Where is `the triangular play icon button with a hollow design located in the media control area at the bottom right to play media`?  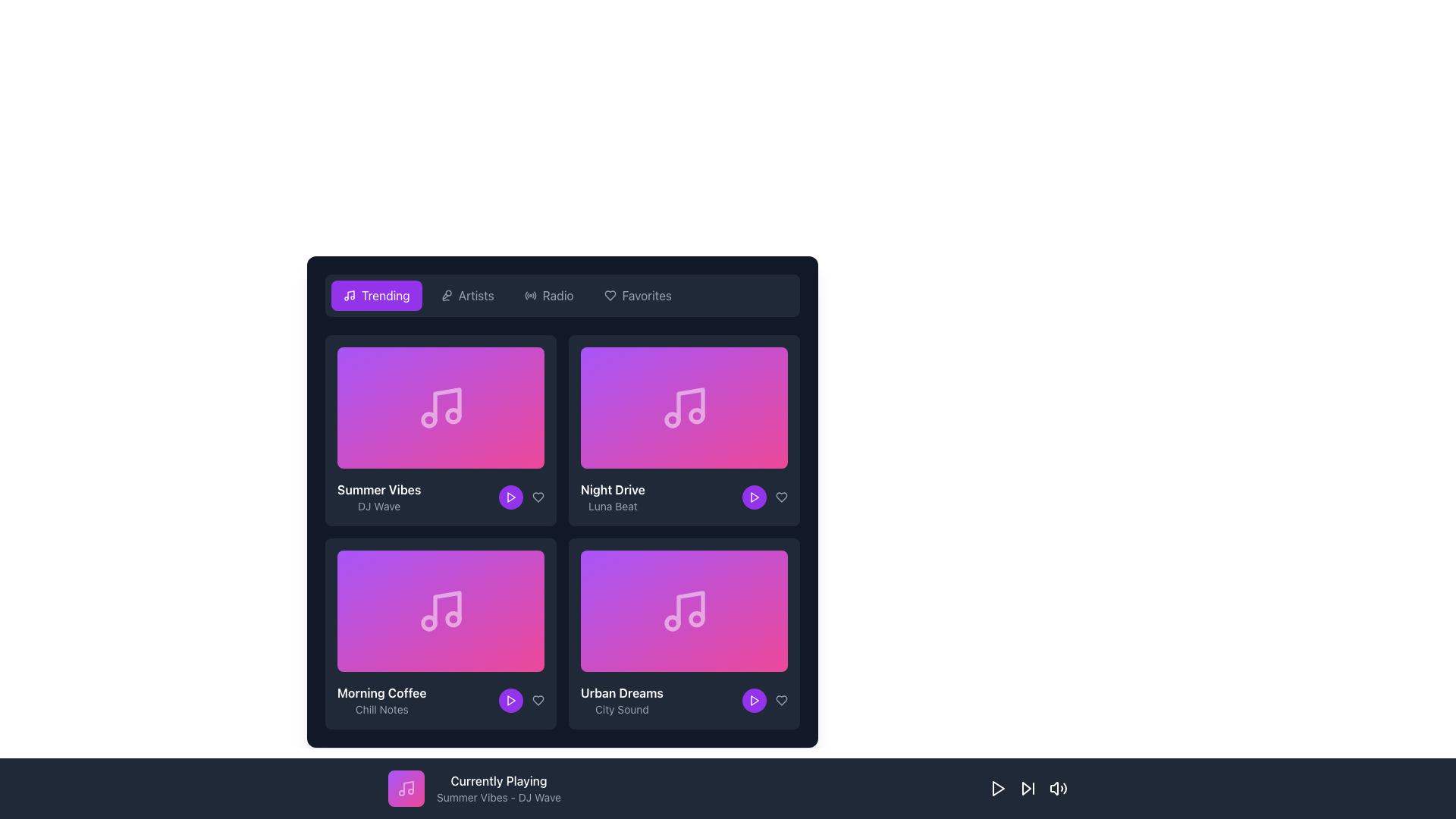
the triangular play icon button with a hollow design located in the media control area at the bottom right to play media is located at coordinates (997, 788).